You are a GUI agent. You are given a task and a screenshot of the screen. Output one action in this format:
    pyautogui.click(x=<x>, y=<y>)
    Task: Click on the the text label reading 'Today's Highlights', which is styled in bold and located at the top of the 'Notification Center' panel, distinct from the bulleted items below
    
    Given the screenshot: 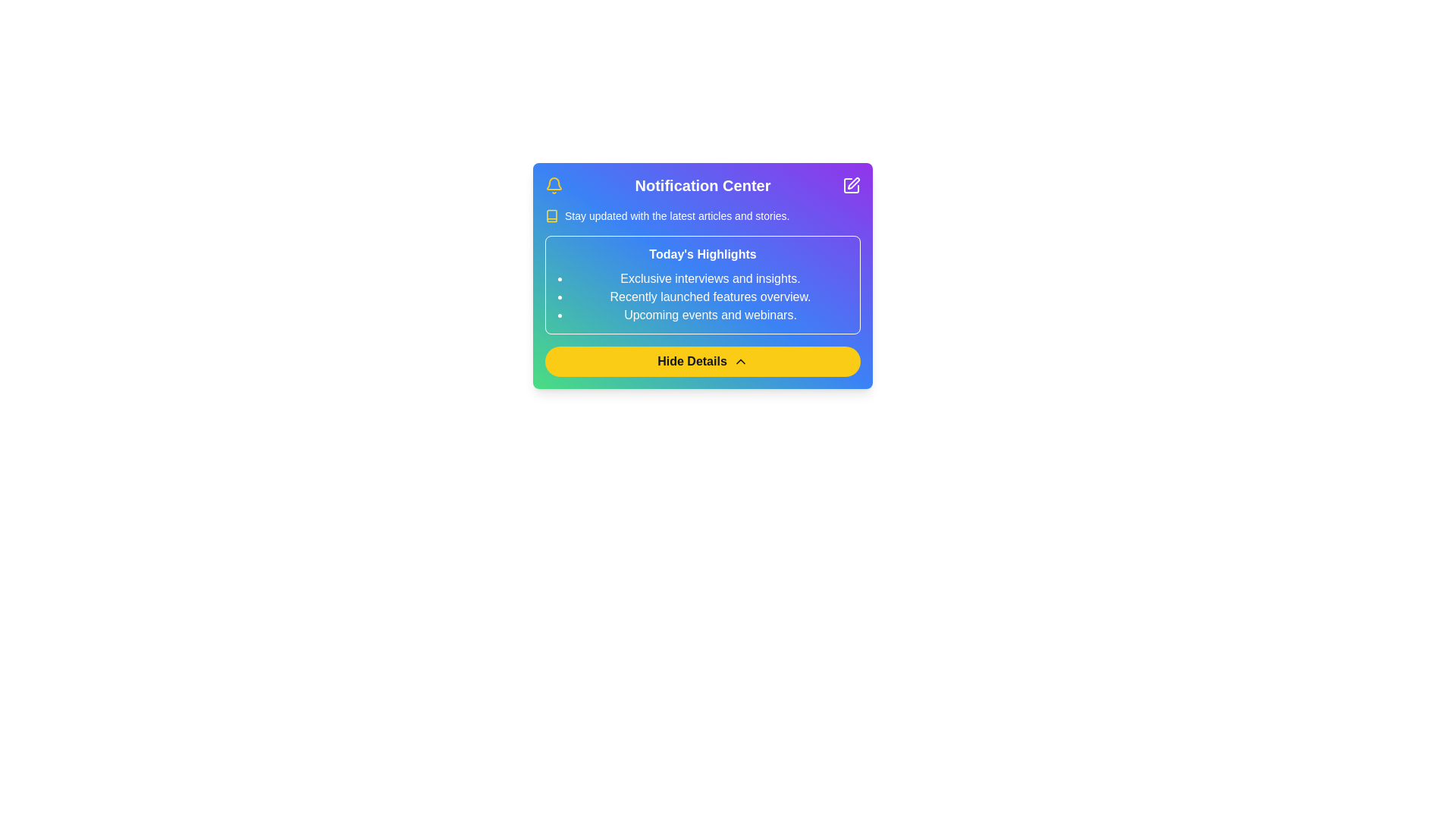 What is the action you would take?
    pyautogui.click(x=701, y=253)
    